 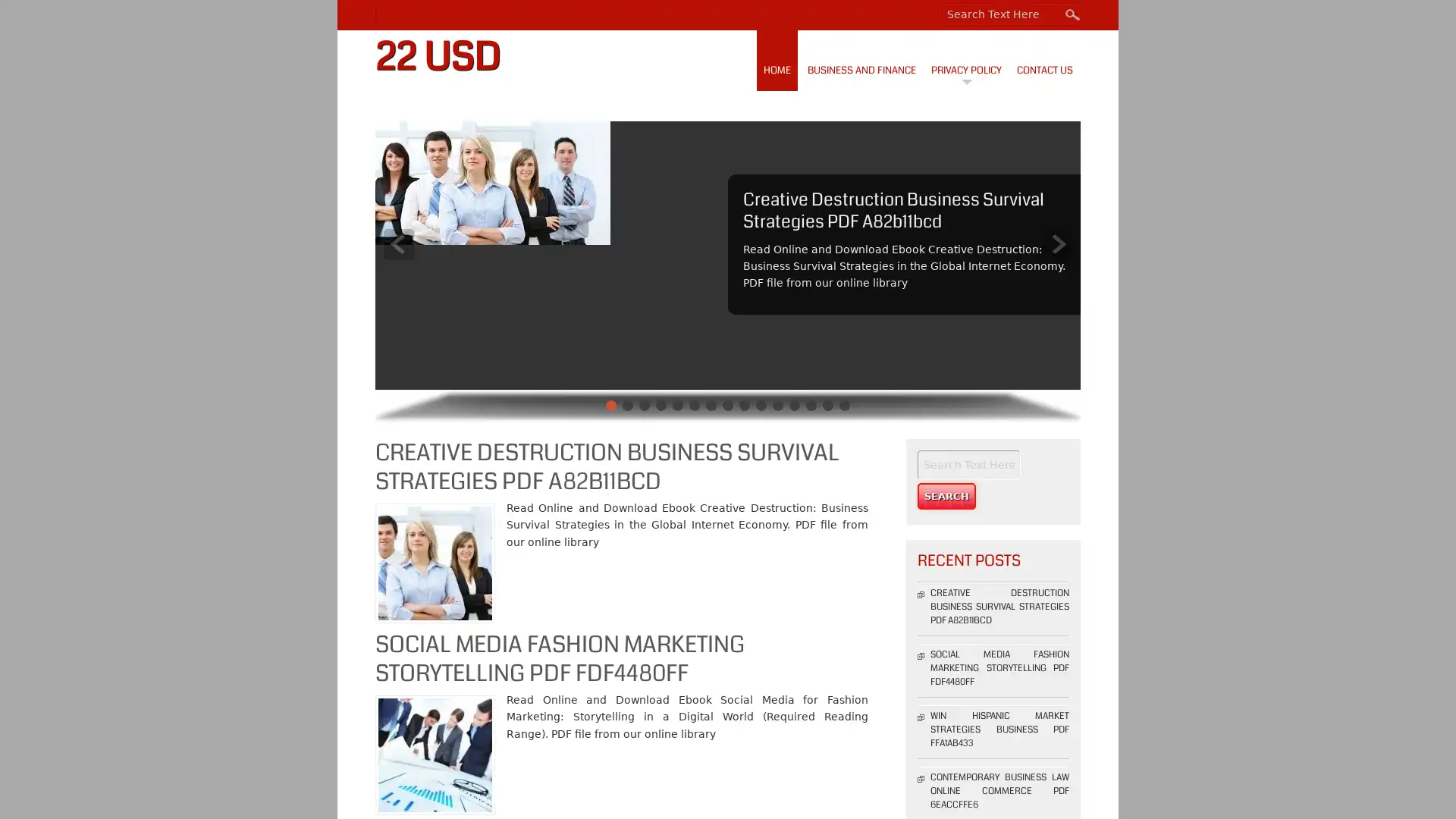 I want to click on Search, so click(x=946, y=496).